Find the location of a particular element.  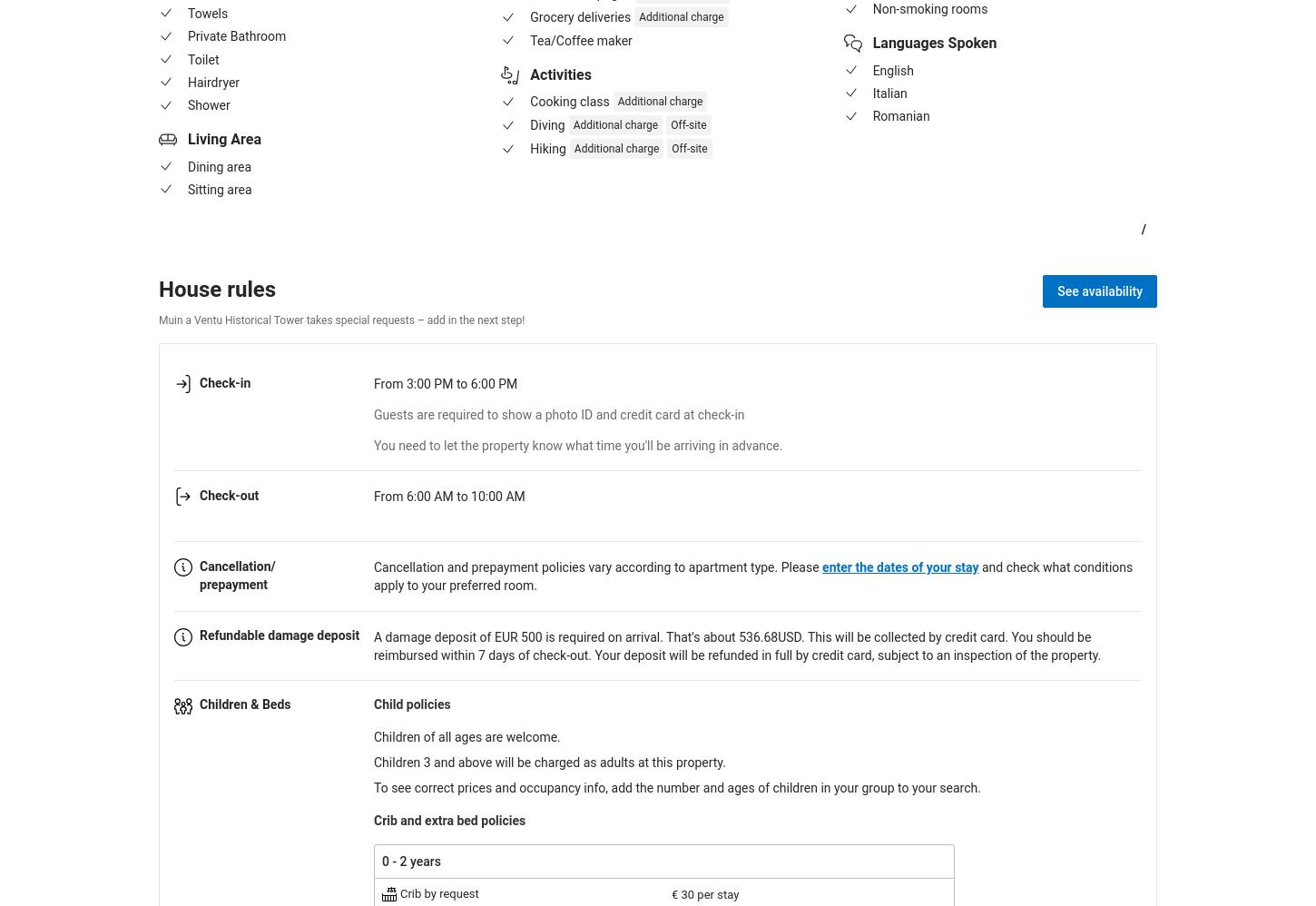

'Check-in' is located at coordinates (224, 381).